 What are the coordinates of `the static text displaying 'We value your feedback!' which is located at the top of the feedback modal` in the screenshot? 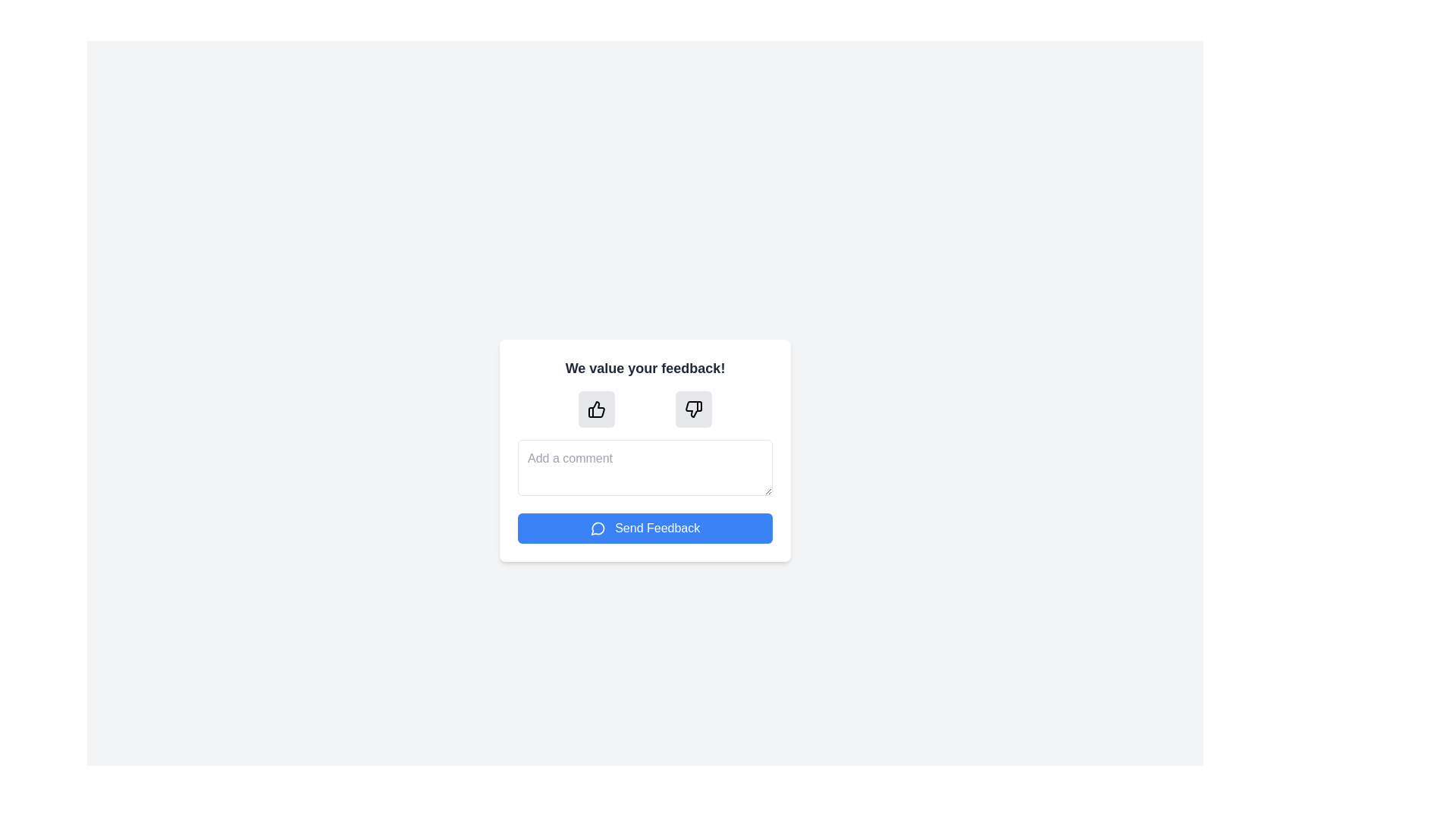 It's located at (645, 368).